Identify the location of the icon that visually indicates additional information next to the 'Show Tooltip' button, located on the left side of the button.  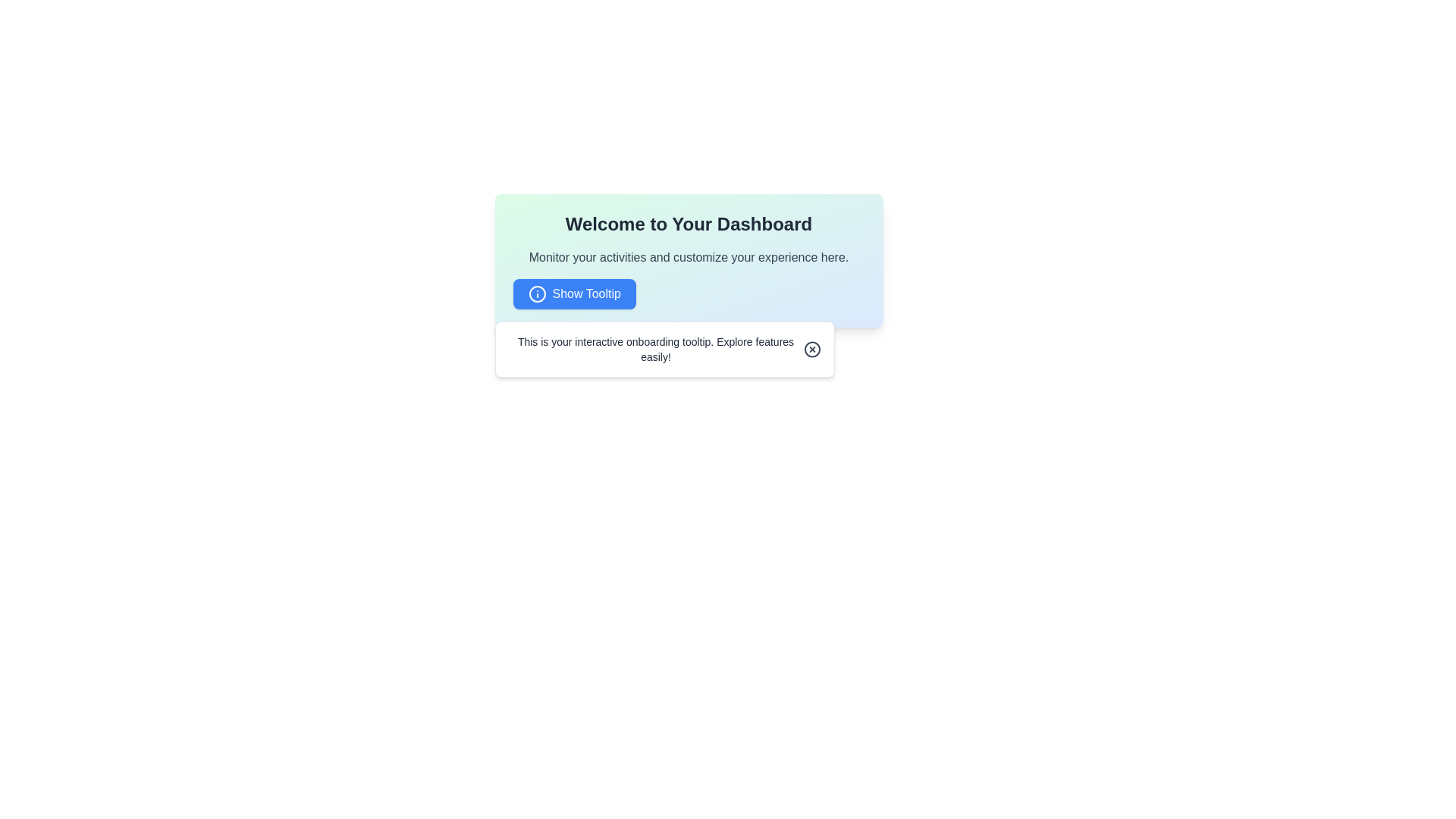
(537, 294).